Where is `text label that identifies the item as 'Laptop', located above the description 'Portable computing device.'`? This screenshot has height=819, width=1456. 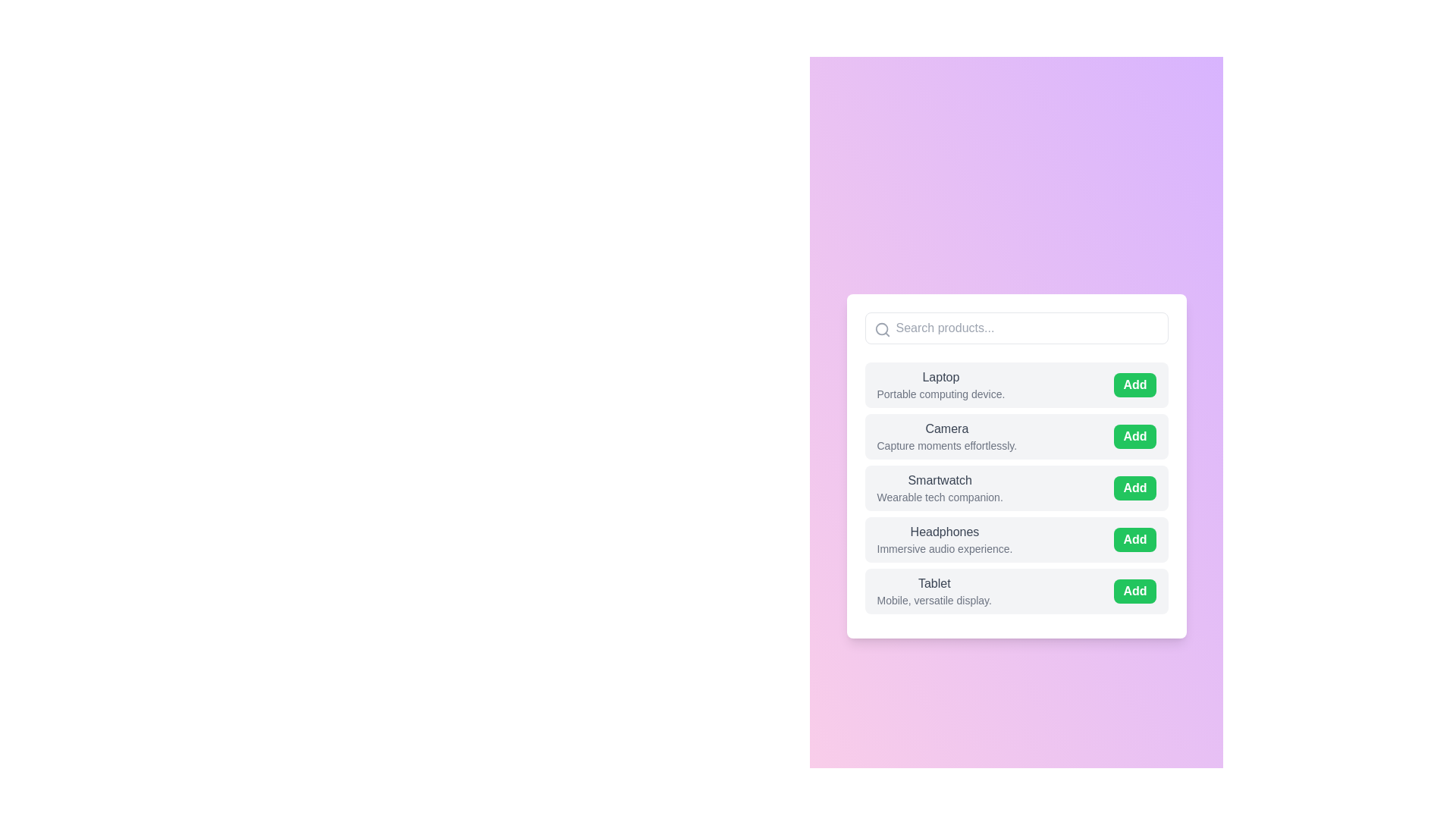
text label that identifies the item as 'Laptop', located above the description 'Portable computing device.' is located at coordinates (940, 376).